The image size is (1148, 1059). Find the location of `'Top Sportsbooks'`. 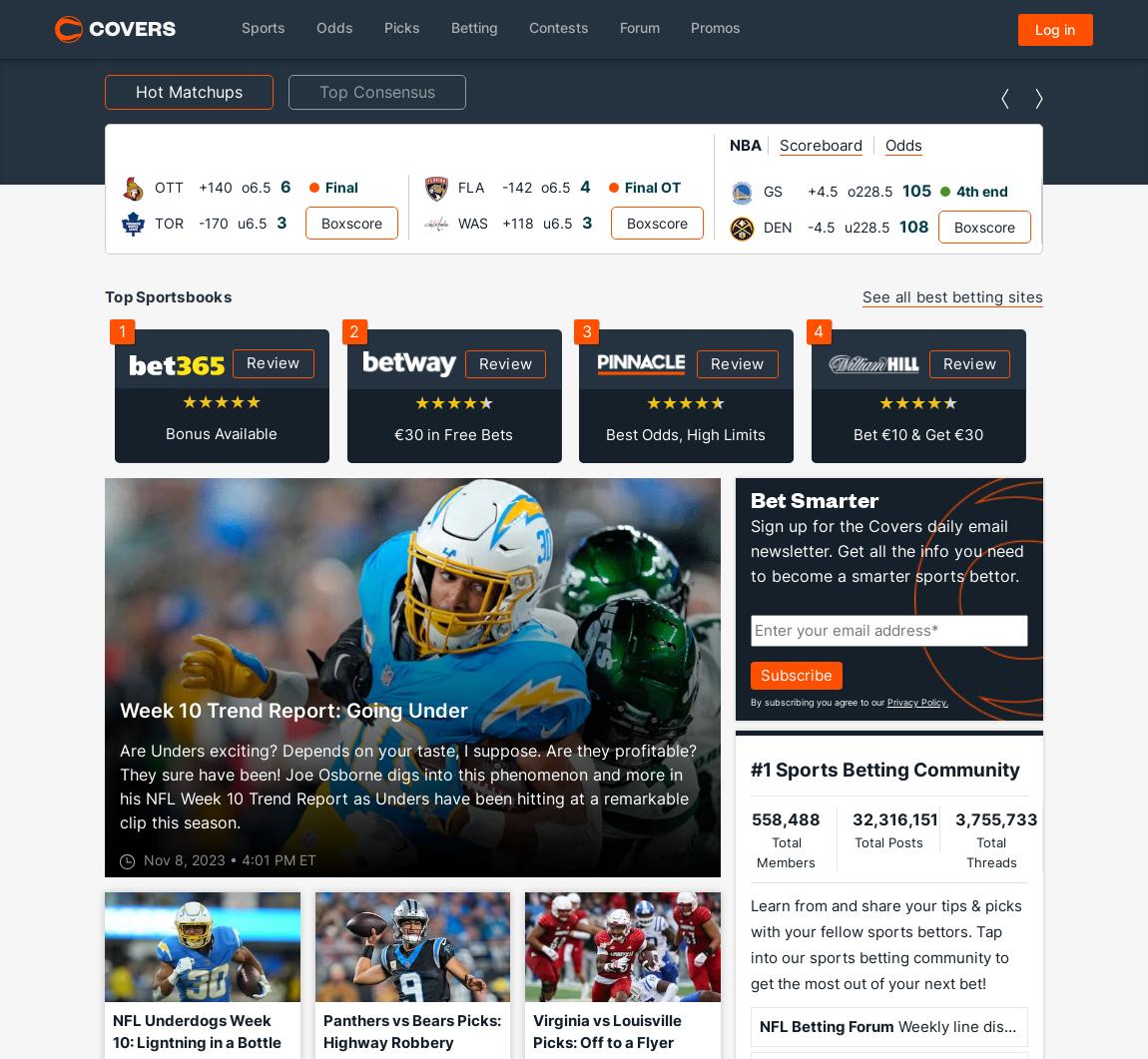

'Top Sportsbooks' is located at coordinates (103, 295).